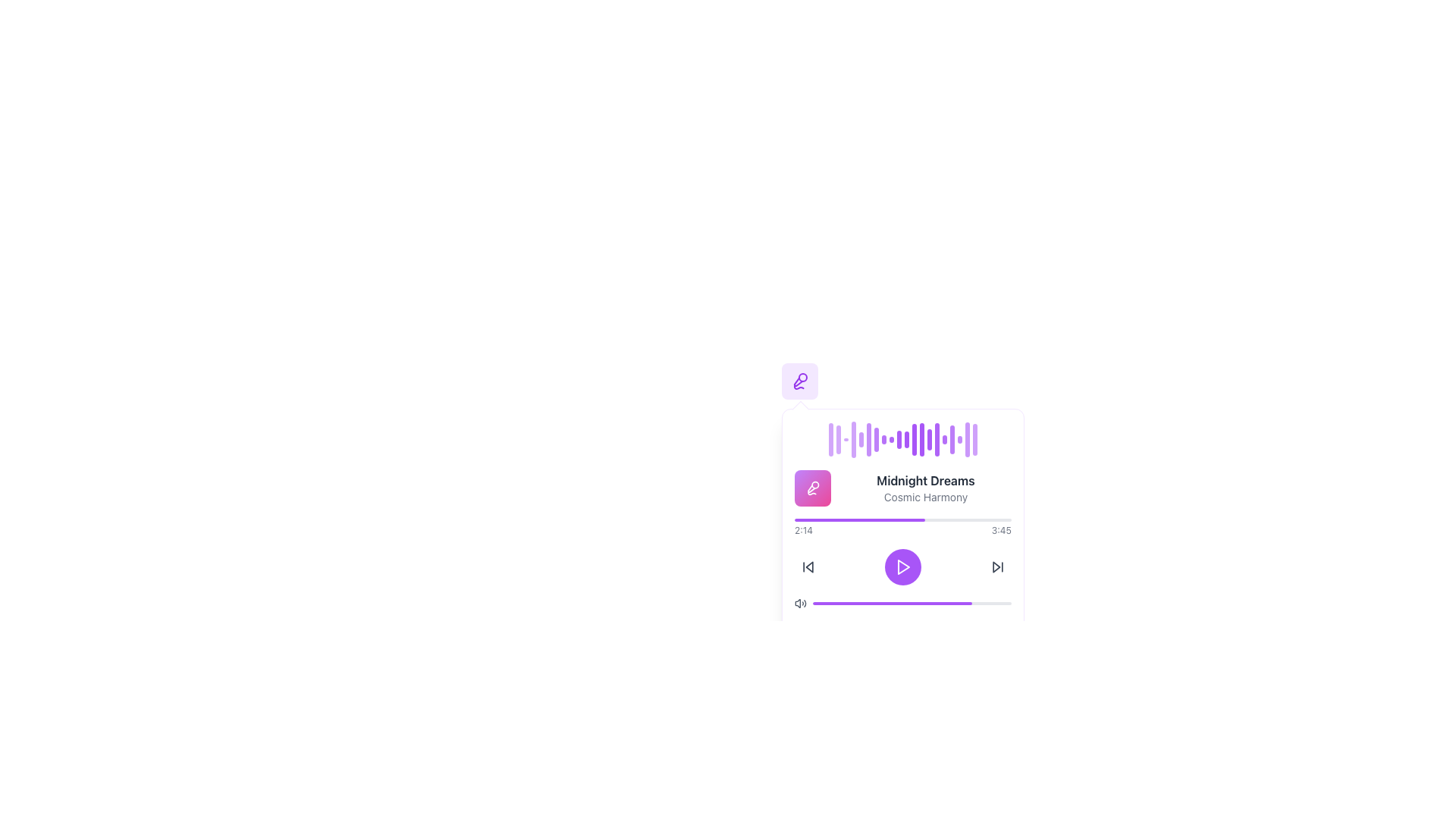  I want to click on the triangular play button located in the center of the circular purple button within the media player interface for visual feedback, so click(902, 567).